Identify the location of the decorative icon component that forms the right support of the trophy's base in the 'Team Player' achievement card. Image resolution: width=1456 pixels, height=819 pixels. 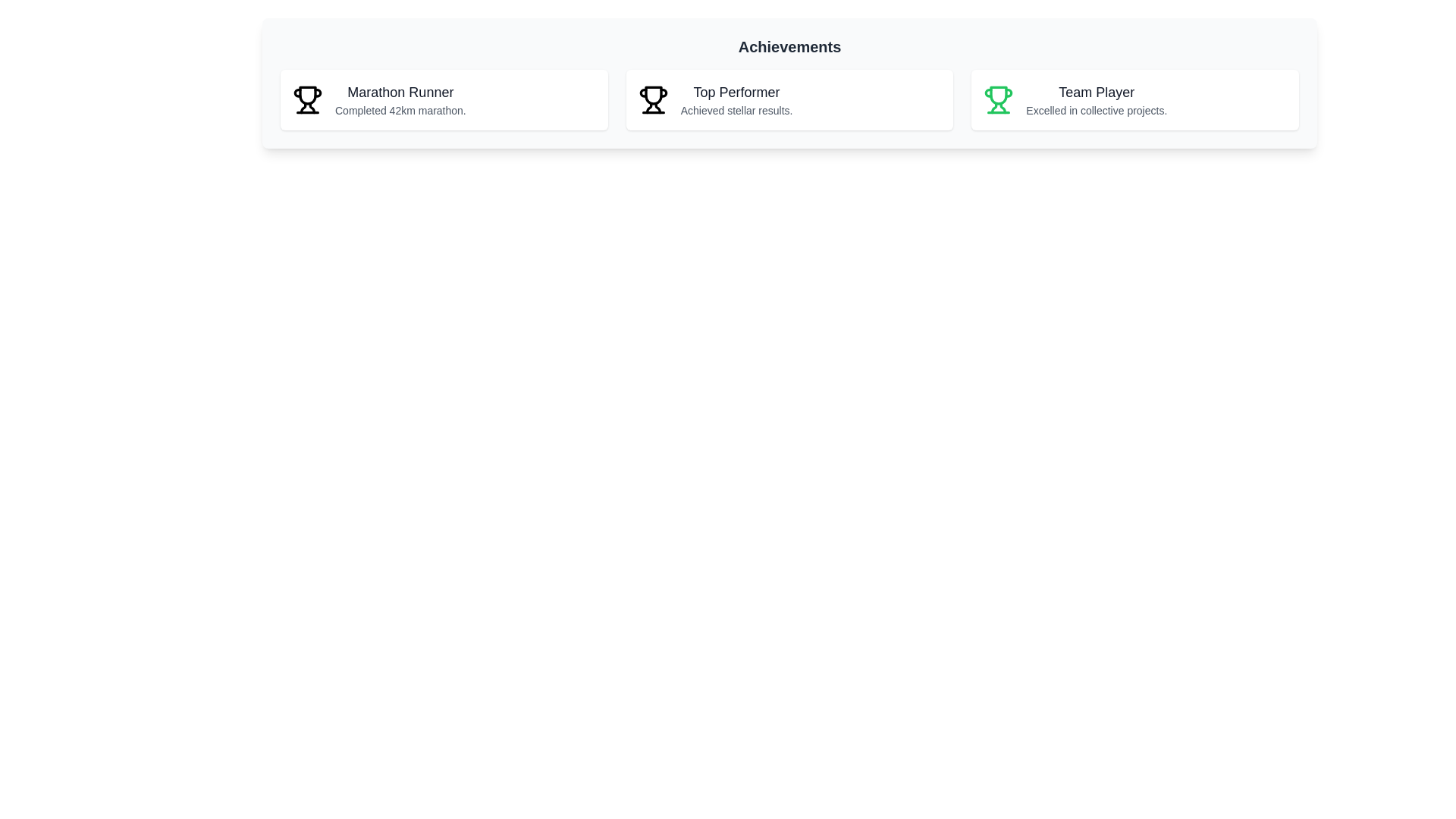
(1003, 107).